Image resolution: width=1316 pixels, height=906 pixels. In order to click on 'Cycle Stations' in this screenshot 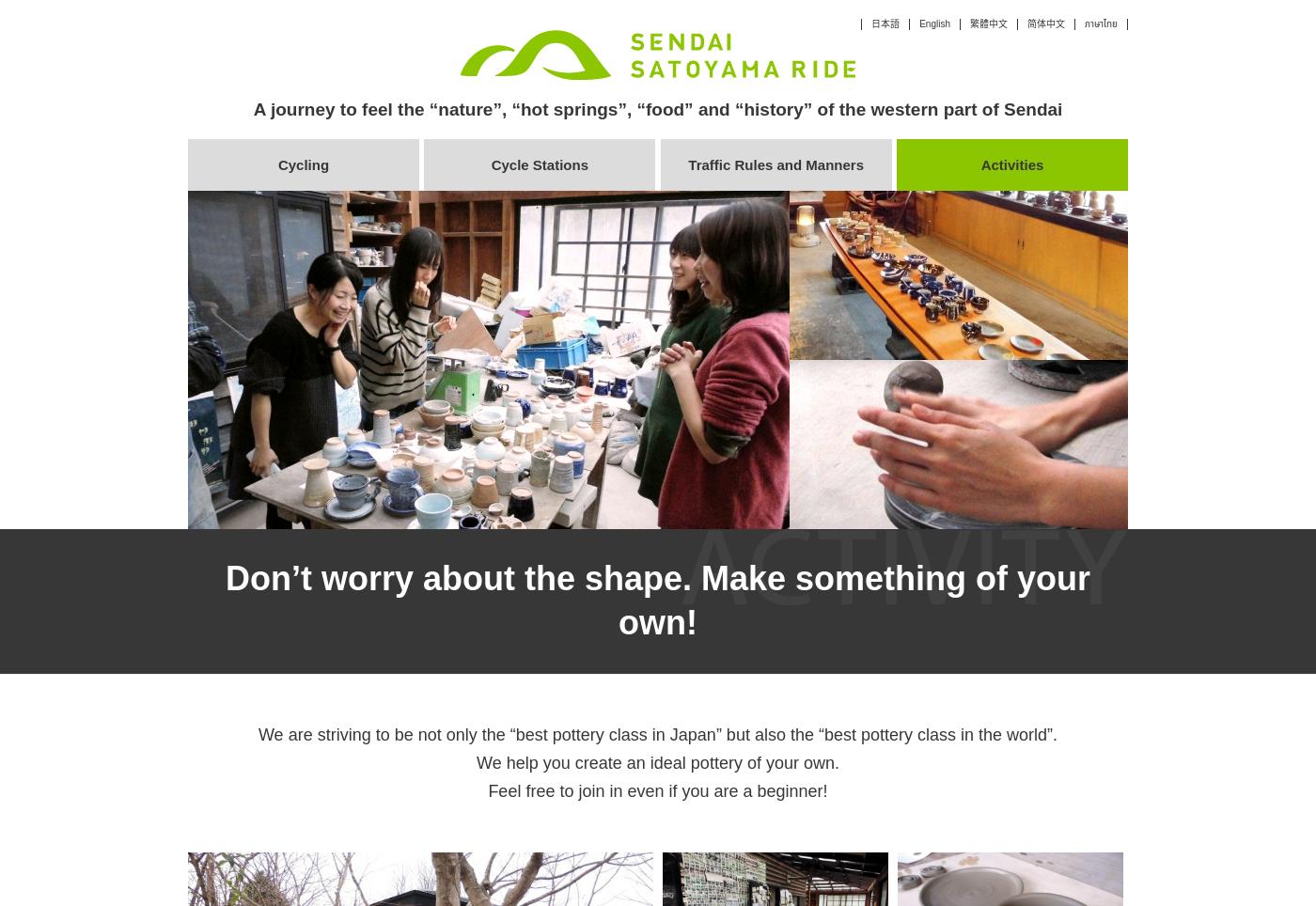, I will do `click(491, 164)`.